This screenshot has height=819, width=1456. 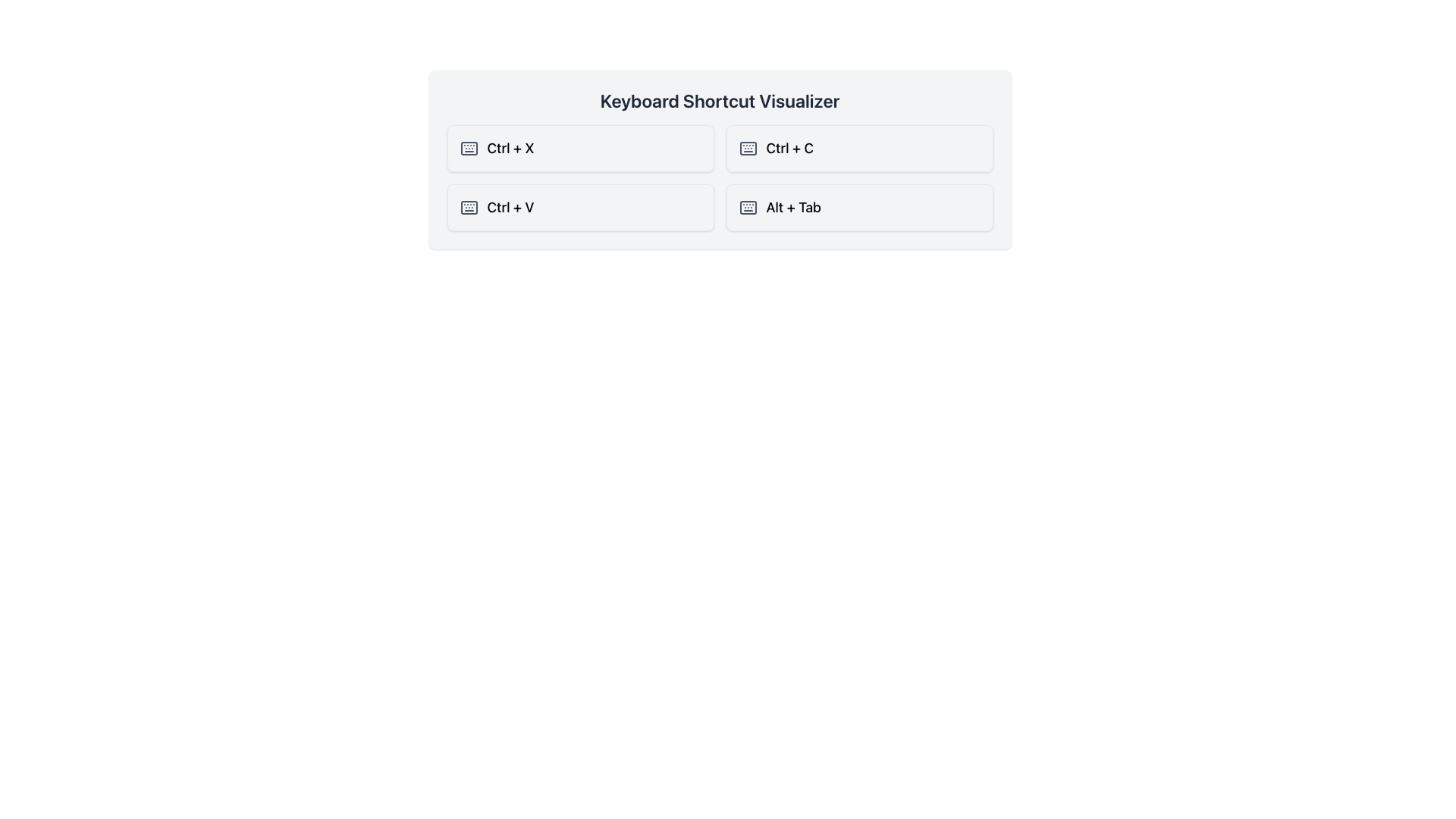 I want to click on the keyboard icon, which is styled with a gray color and located next to the text label 'Ctrl + X' in the 'Keyboard Shortcut Visualizer' grid, so click(x=468, y=149).